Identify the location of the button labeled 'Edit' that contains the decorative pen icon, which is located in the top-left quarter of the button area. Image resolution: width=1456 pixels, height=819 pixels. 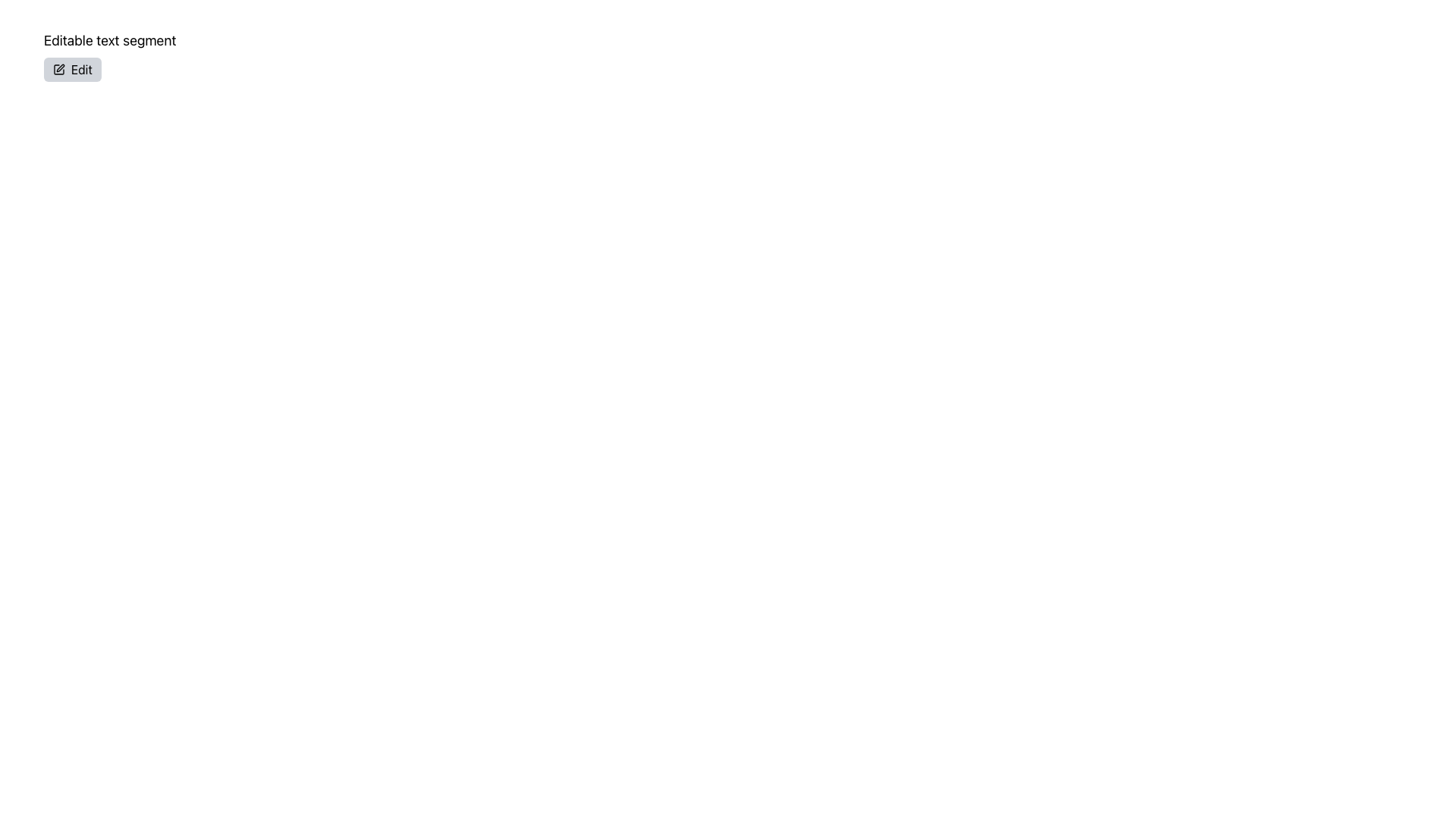
(61, 67).